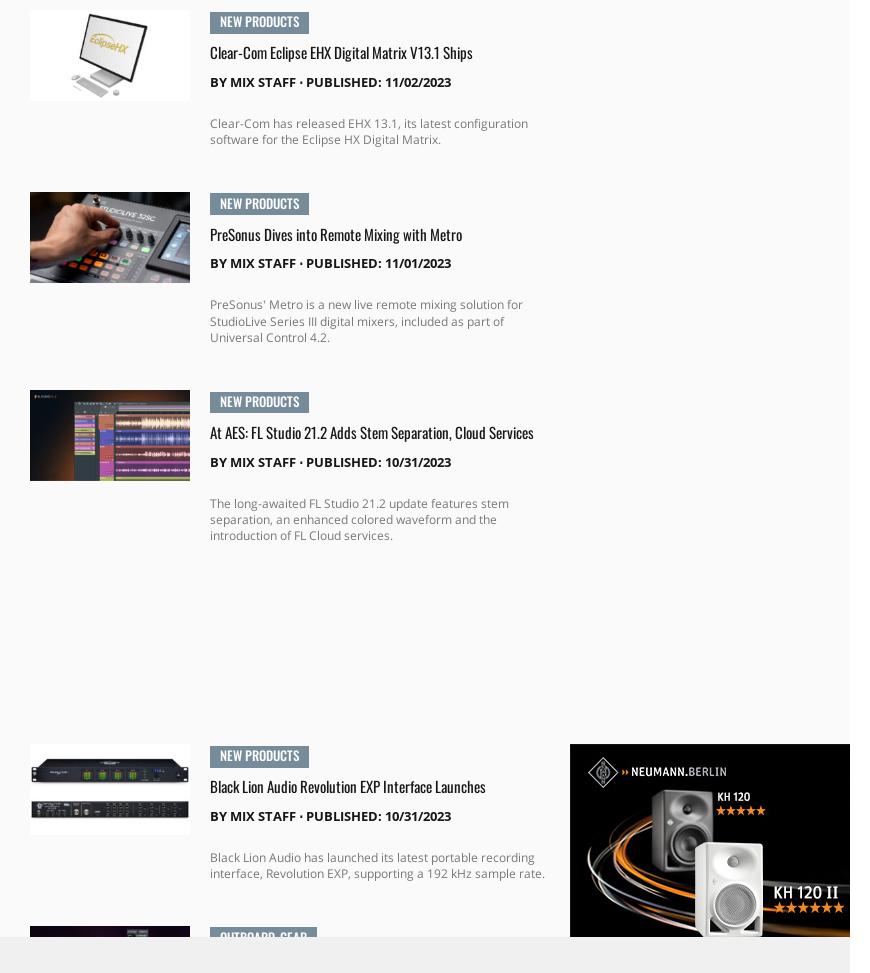 This screenshot has height=973, width=870. What do you see at coordinates (370, 432) in the screenshot?
I see `'At AES: FL Studio 21.2 Adds Stem Separation, Cloud Services'` at bounding box center [370, 432].